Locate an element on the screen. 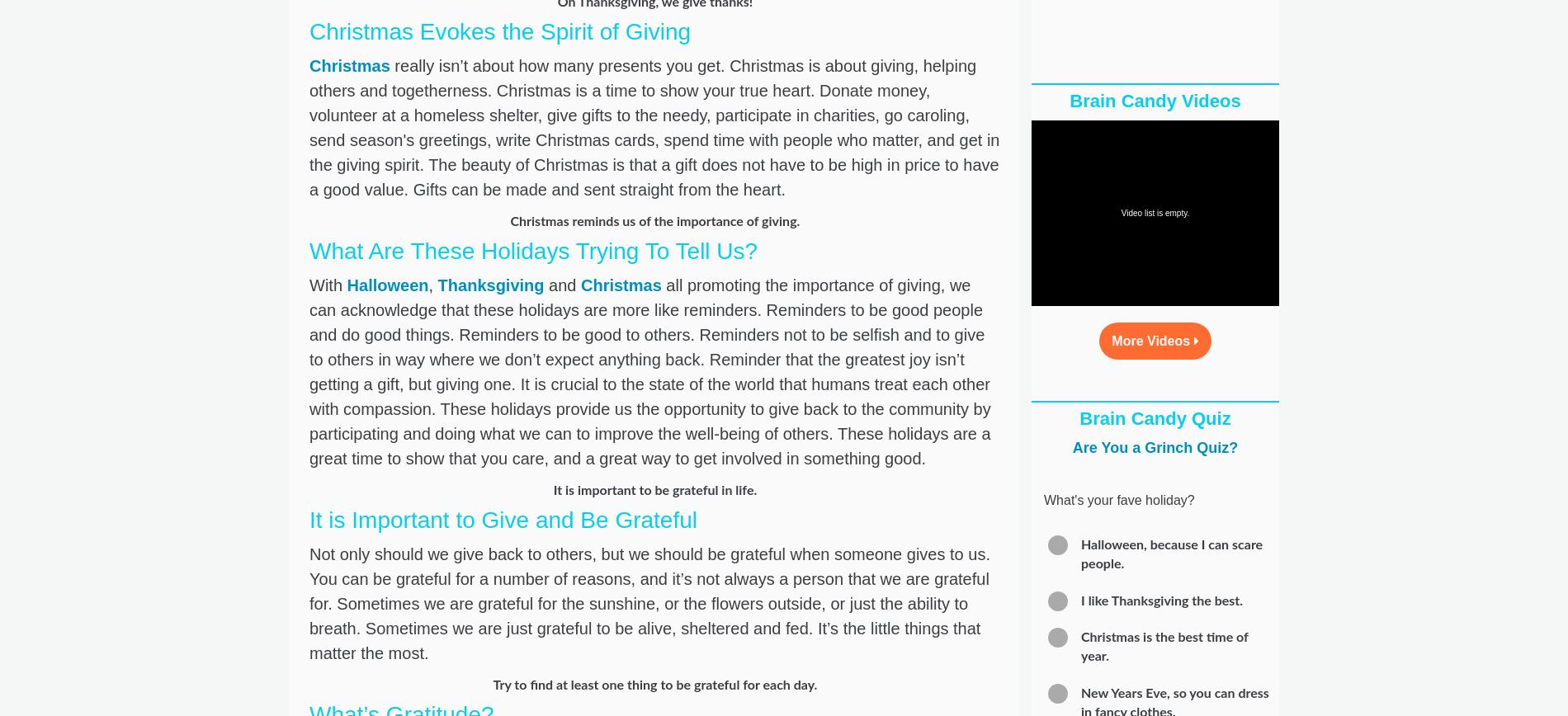  '/' is located at coordinates (1099, 293).